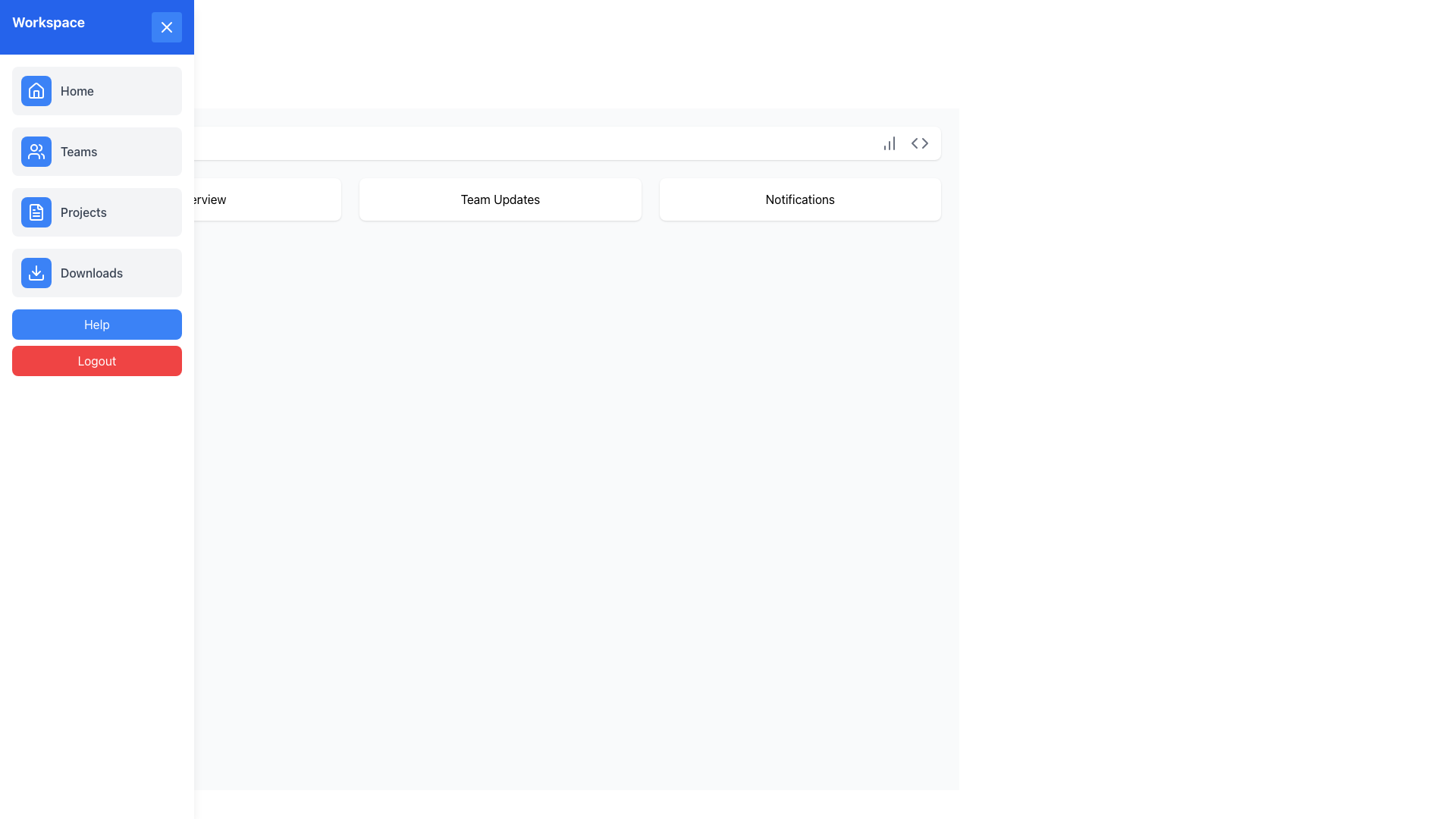 Image resolution: width=1456 pixels, height=819 pixels. What do you see at coordinates (36, 271) in the screenshot?
I see `the 'Downloads' icon located in the sidebar navigation menu to trigger a tooltip or visual feedback` at bounding box center [36, 271].